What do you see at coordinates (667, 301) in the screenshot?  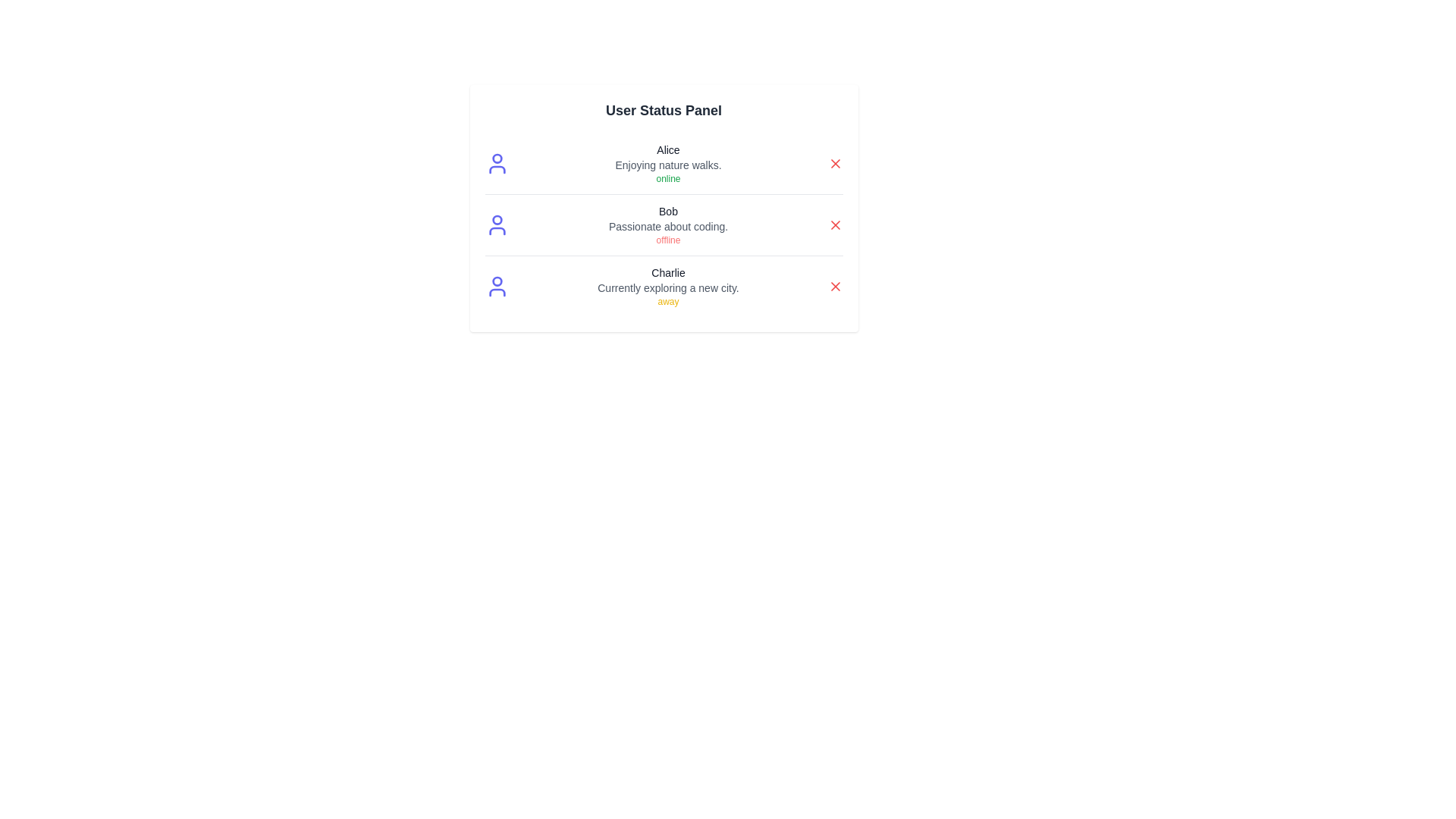 I see `the status indicator text label for user 'Charlie', which shows the current state or availability, located under the text 'Currently exploring a new city.' in the 'User Status Panel'` at bounding box center [667, 301].